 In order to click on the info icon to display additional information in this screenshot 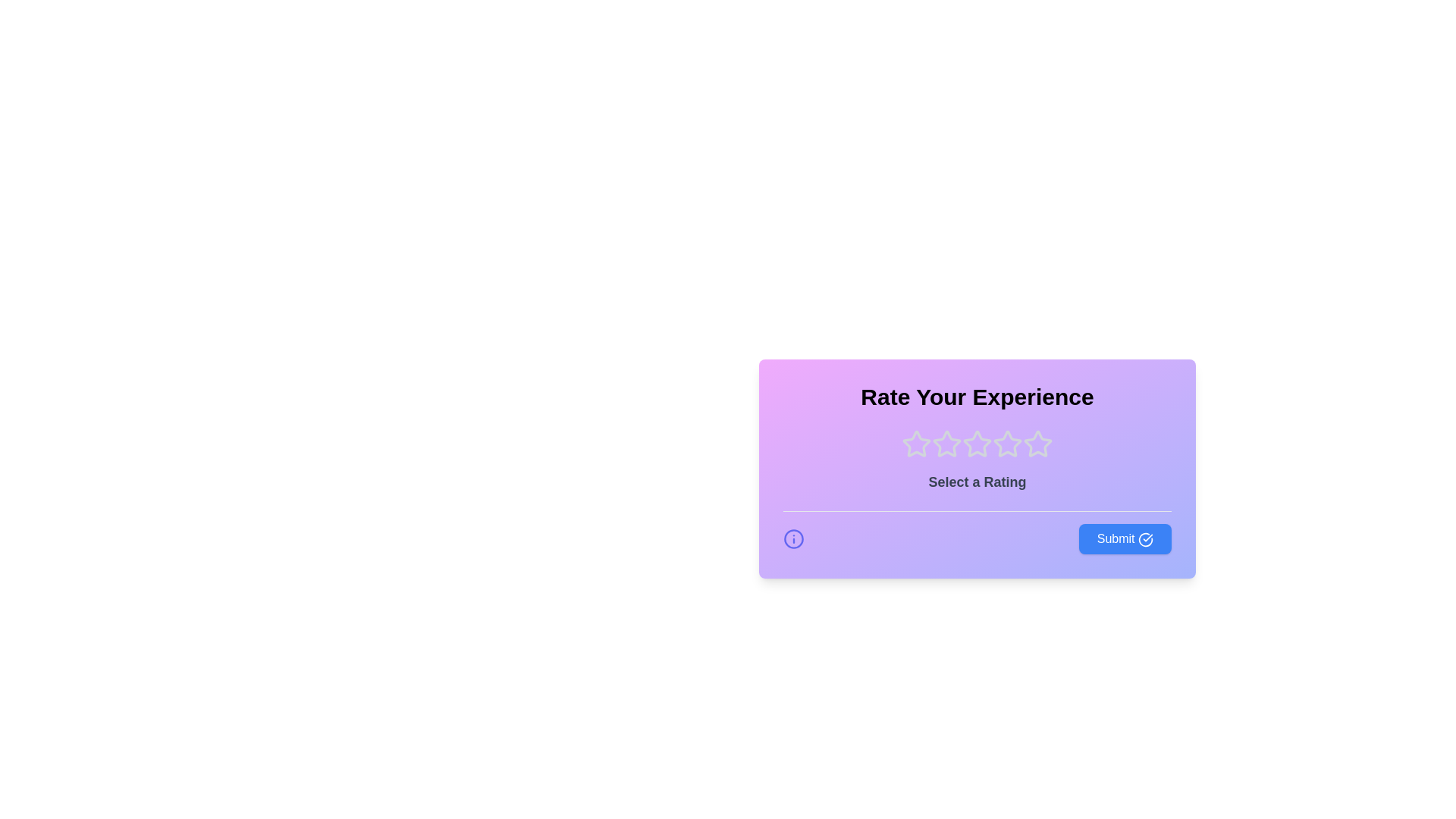, I will do `click(792, 538)`.